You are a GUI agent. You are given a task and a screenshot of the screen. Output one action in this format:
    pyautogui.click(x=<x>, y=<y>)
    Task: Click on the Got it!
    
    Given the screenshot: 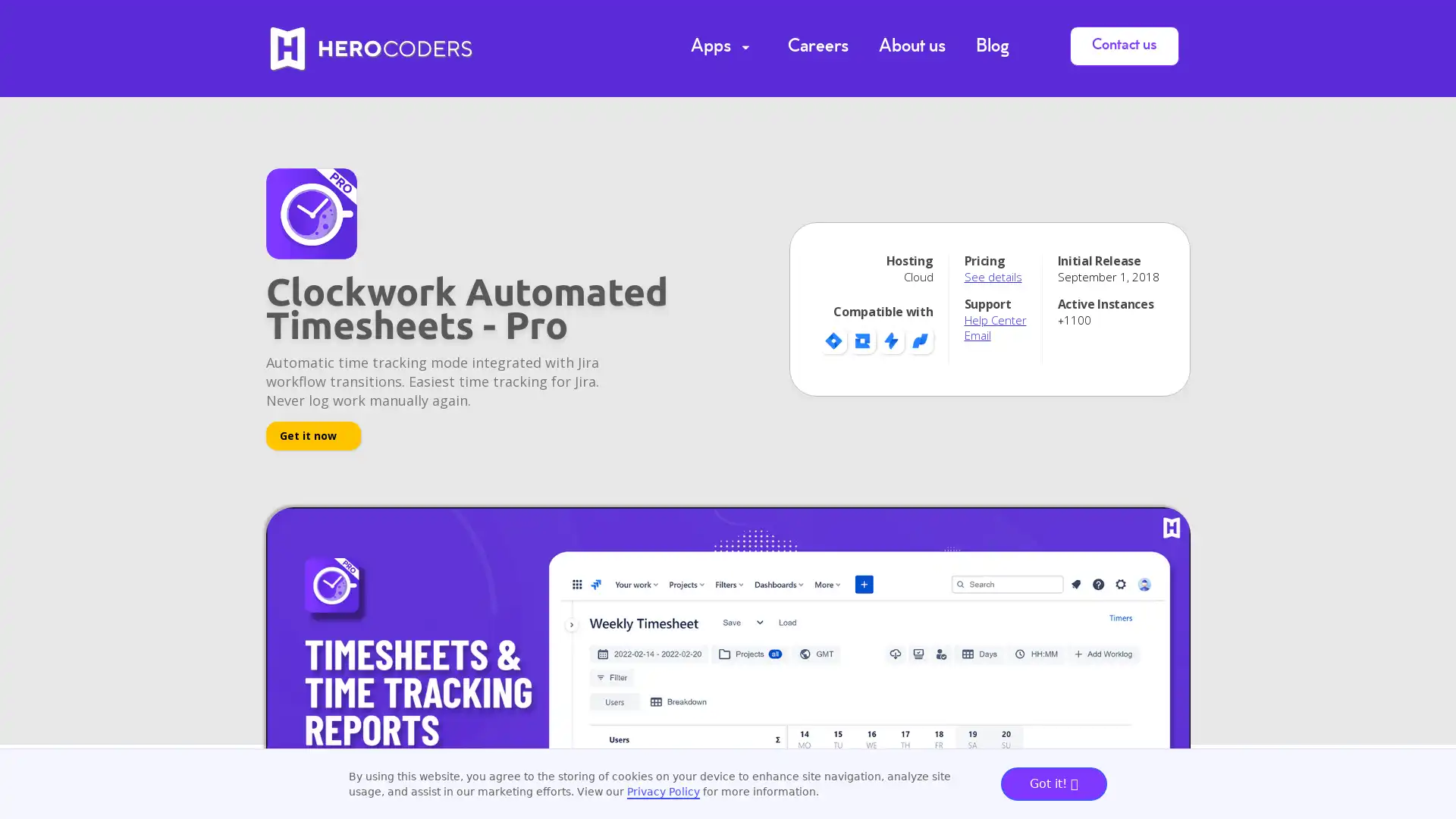 What is the action you would take?
    pyautogui.click(x=1053, y=783)
    